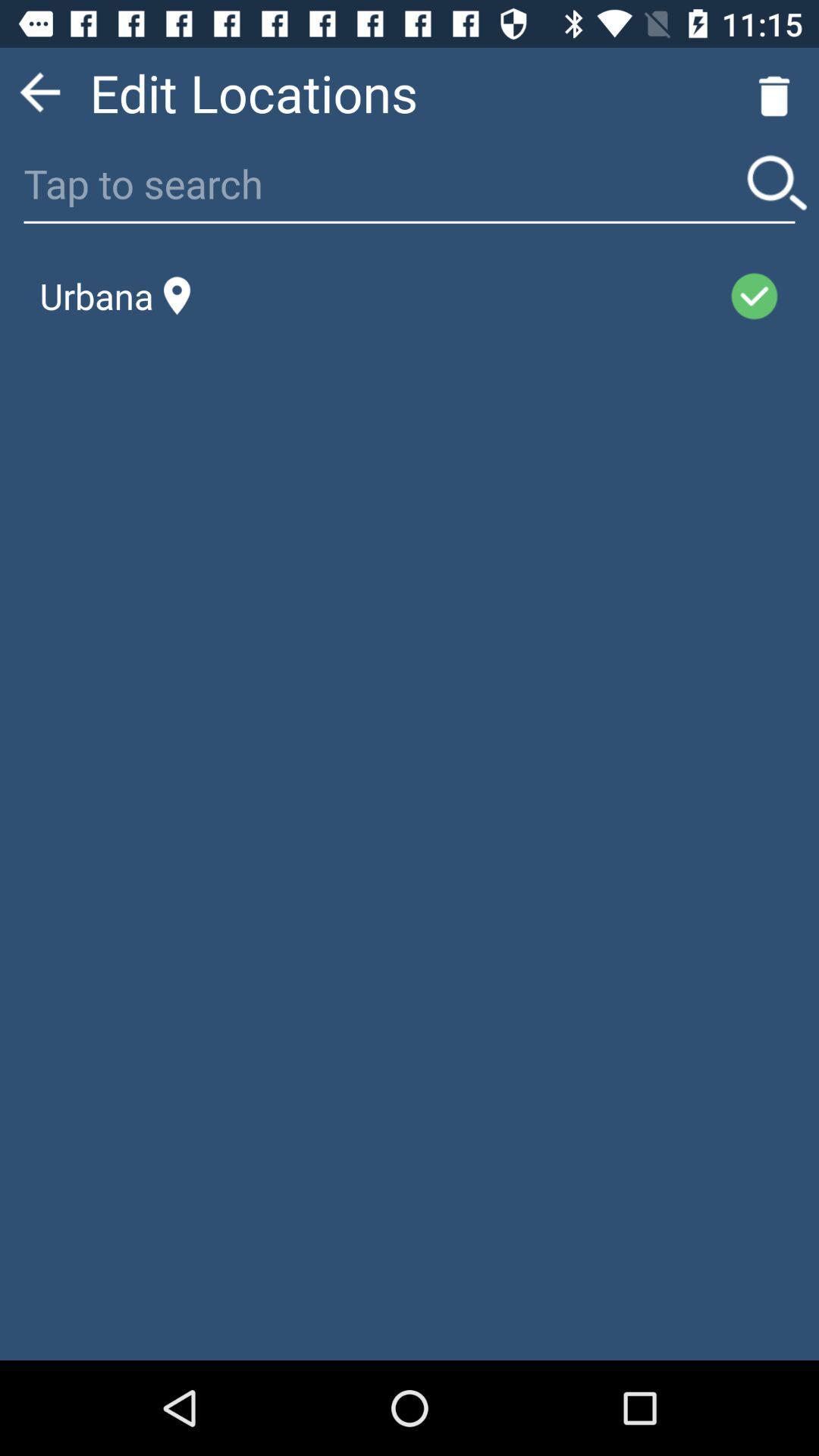 The width and height of the screenshot is (819, 1456). What do you see at coordinates (39, 91) in the screenshot?
I see `the arrow_backward icon` at bounding box center [39, 91].